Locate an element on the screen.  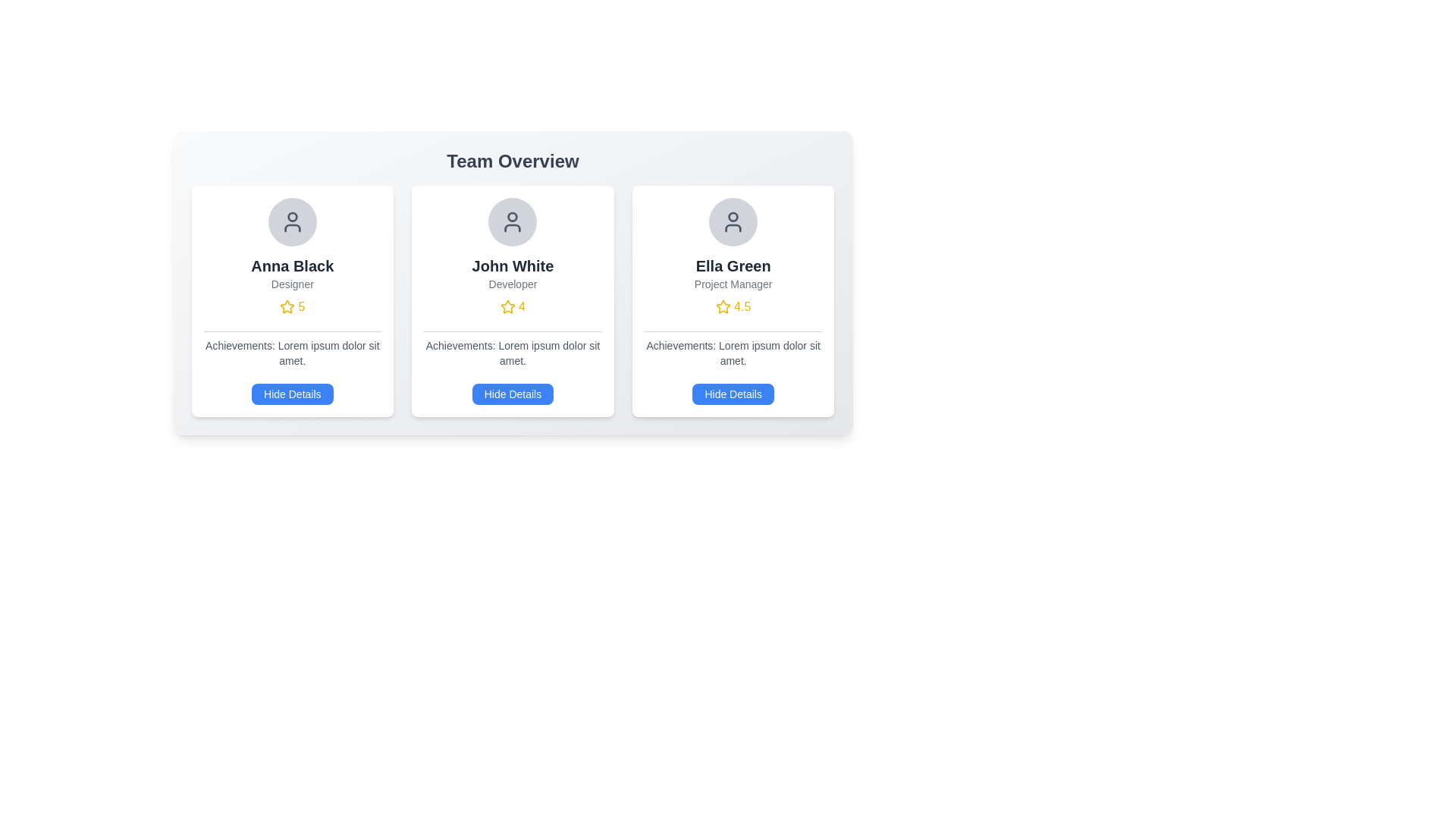
the circular avatar placeholder icon for the profile of 'Anna Black', which is located in the top-left profile card is located at coordinates (292, 222).